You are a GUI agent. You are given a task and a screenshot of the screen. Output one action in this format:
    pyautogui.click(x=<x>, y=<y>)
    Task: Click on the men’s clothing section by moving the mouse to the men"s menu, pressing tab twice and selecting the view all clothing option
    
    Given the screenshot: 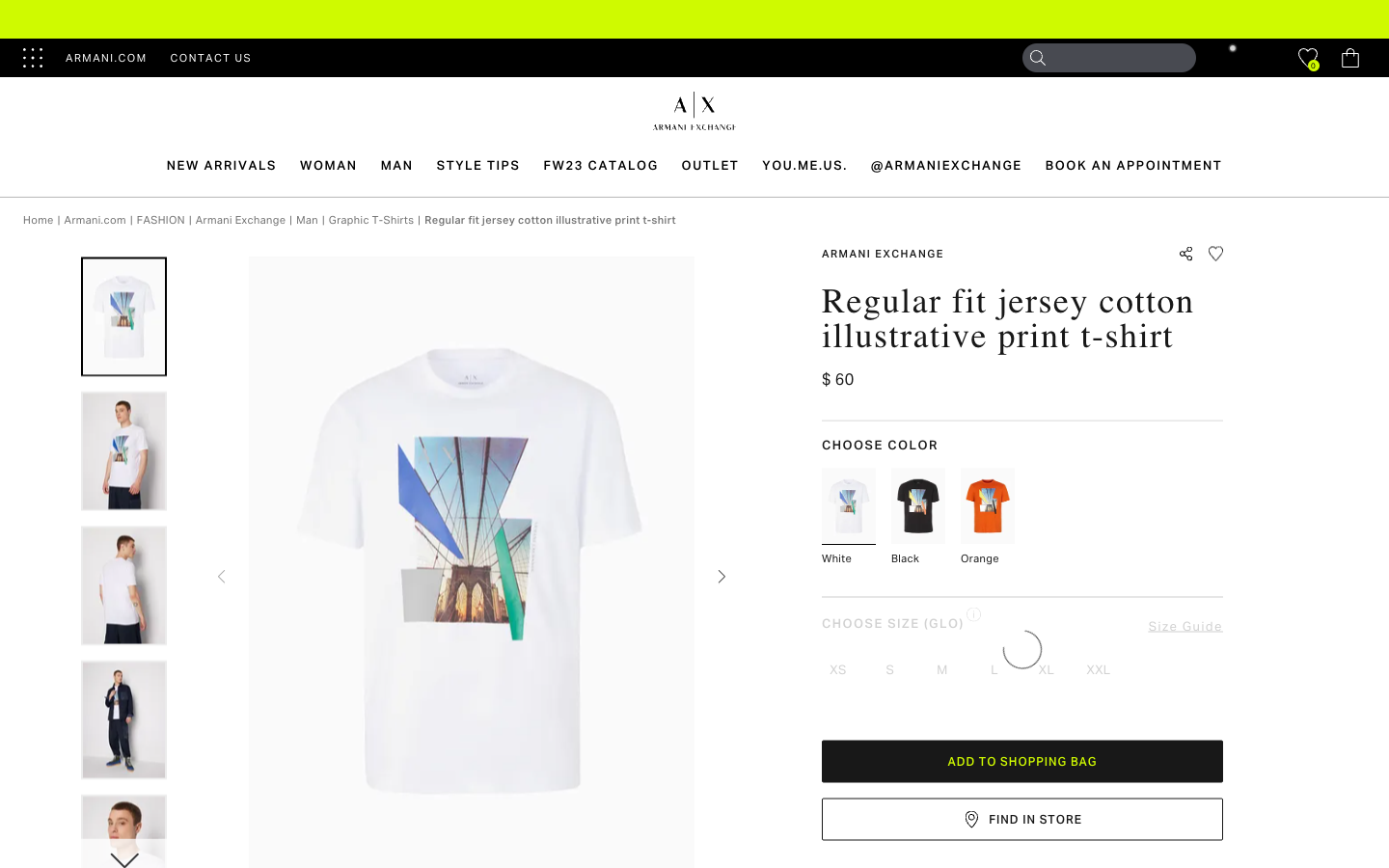 What is the action you would take?
    pyautogui.click(x=572268, y=148862)
    